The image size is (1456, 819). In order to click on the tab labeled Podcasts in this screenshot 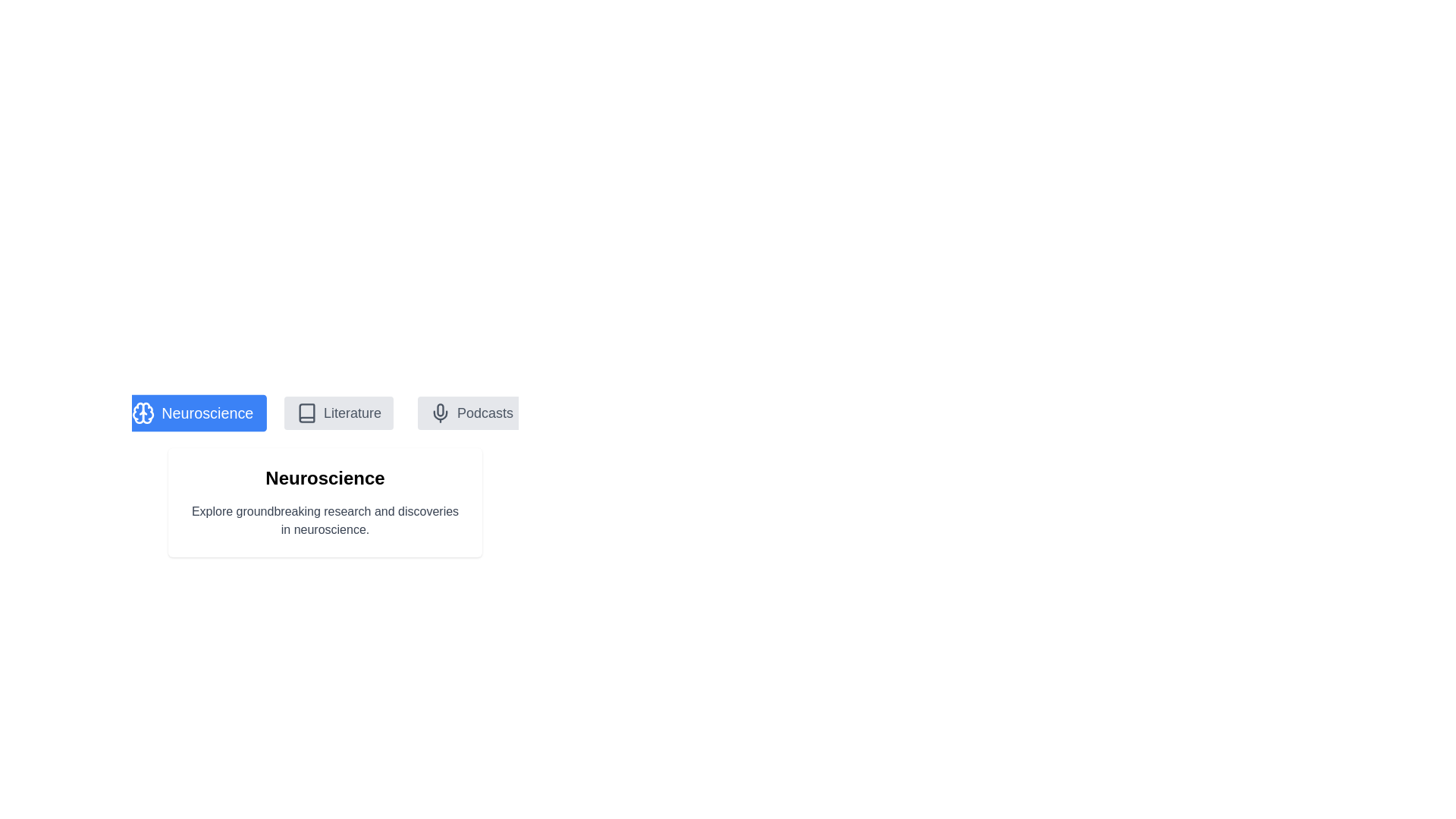, I will do `click(471, 413)`.